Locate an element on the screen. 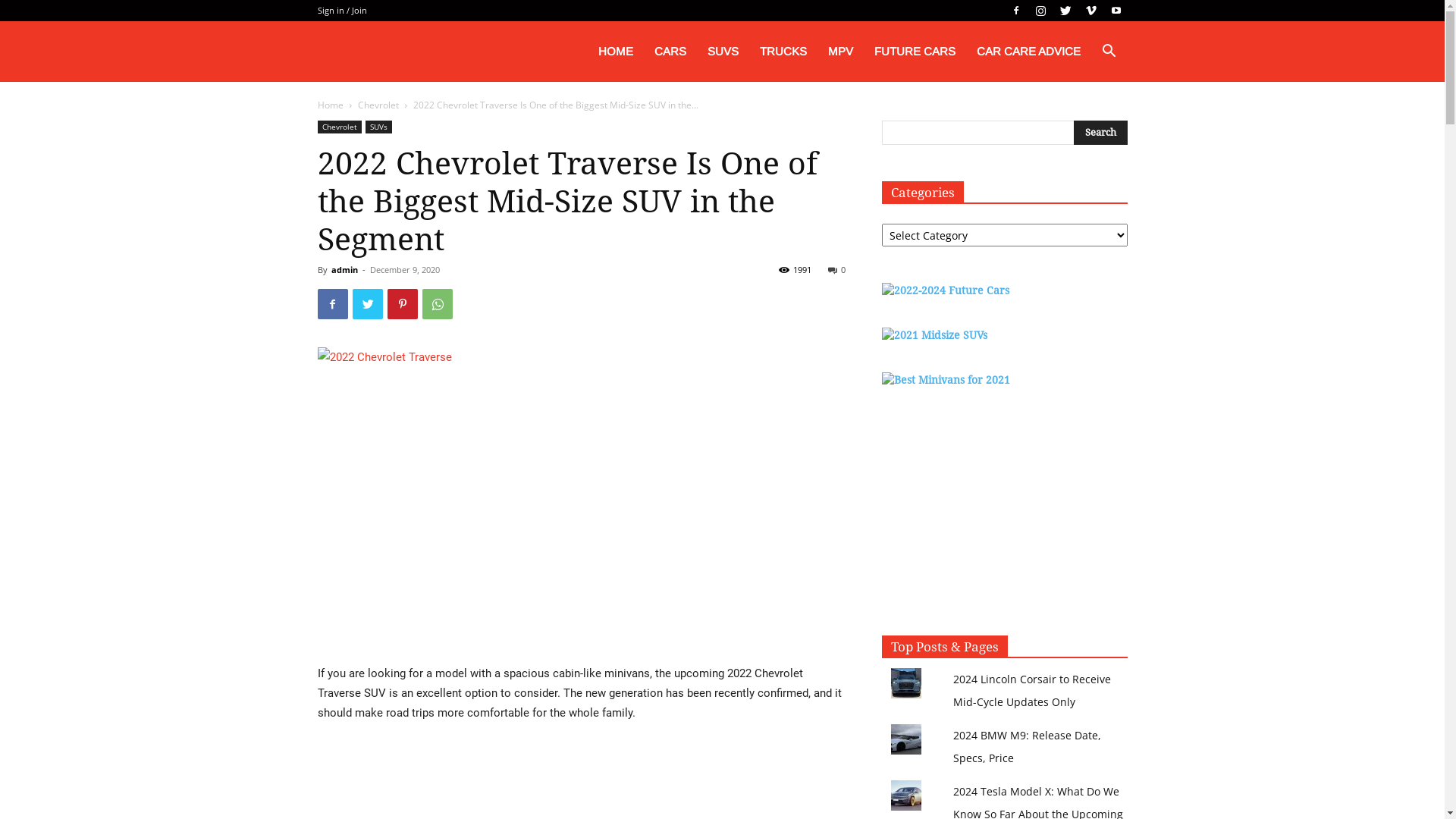 The image size is (1456, 819). 'HOME' is located at coordinates (585, 51).